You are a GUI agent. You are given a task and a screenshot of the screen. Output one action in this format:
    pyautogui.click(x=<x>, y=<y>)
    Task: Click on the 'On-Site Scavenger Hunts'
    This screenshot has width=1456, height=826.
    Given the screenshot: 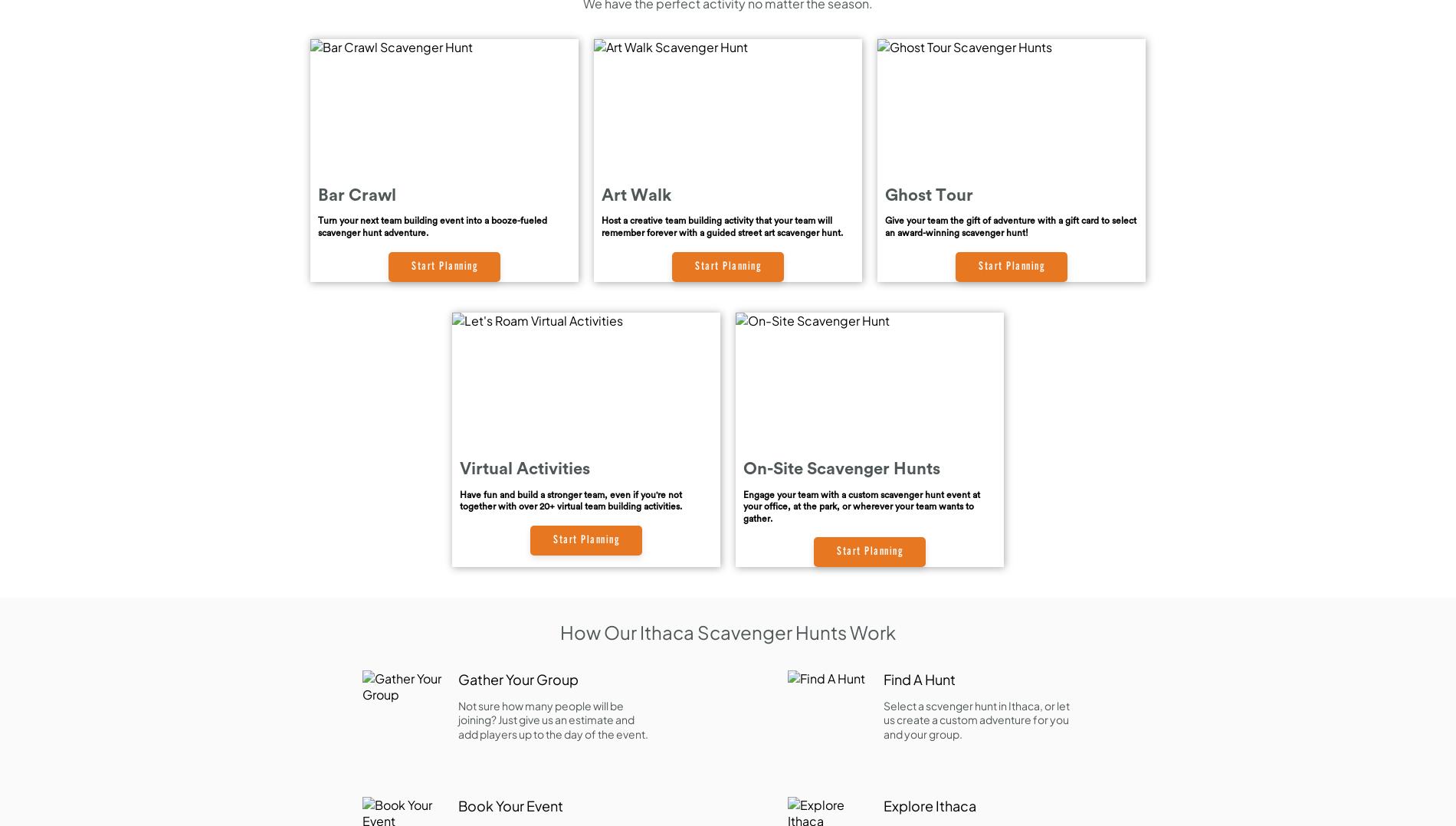 What is the action you would take?
    pyautogui.click(x=743, y=468)
    